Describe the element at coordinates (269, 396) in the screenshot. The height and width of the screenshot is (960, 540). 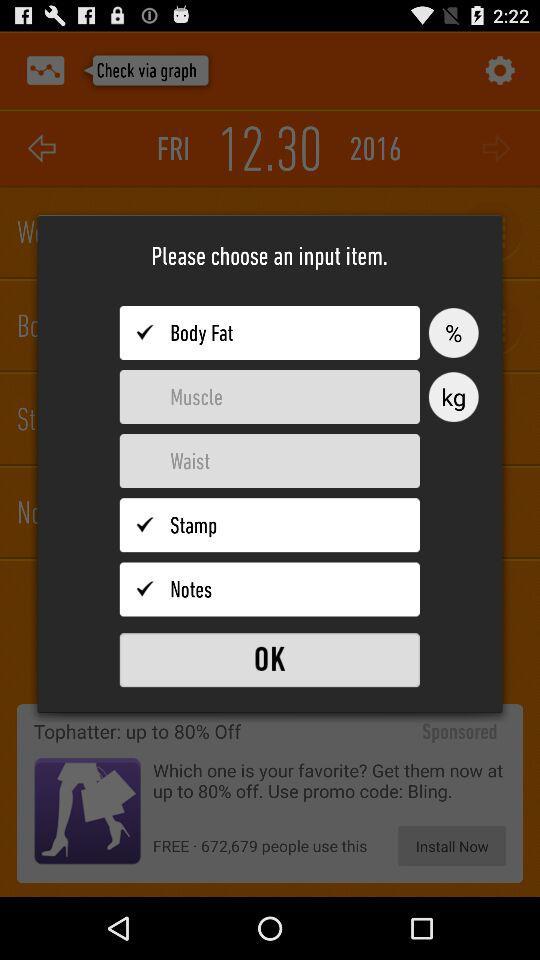
I see `choose muscle` at that location.